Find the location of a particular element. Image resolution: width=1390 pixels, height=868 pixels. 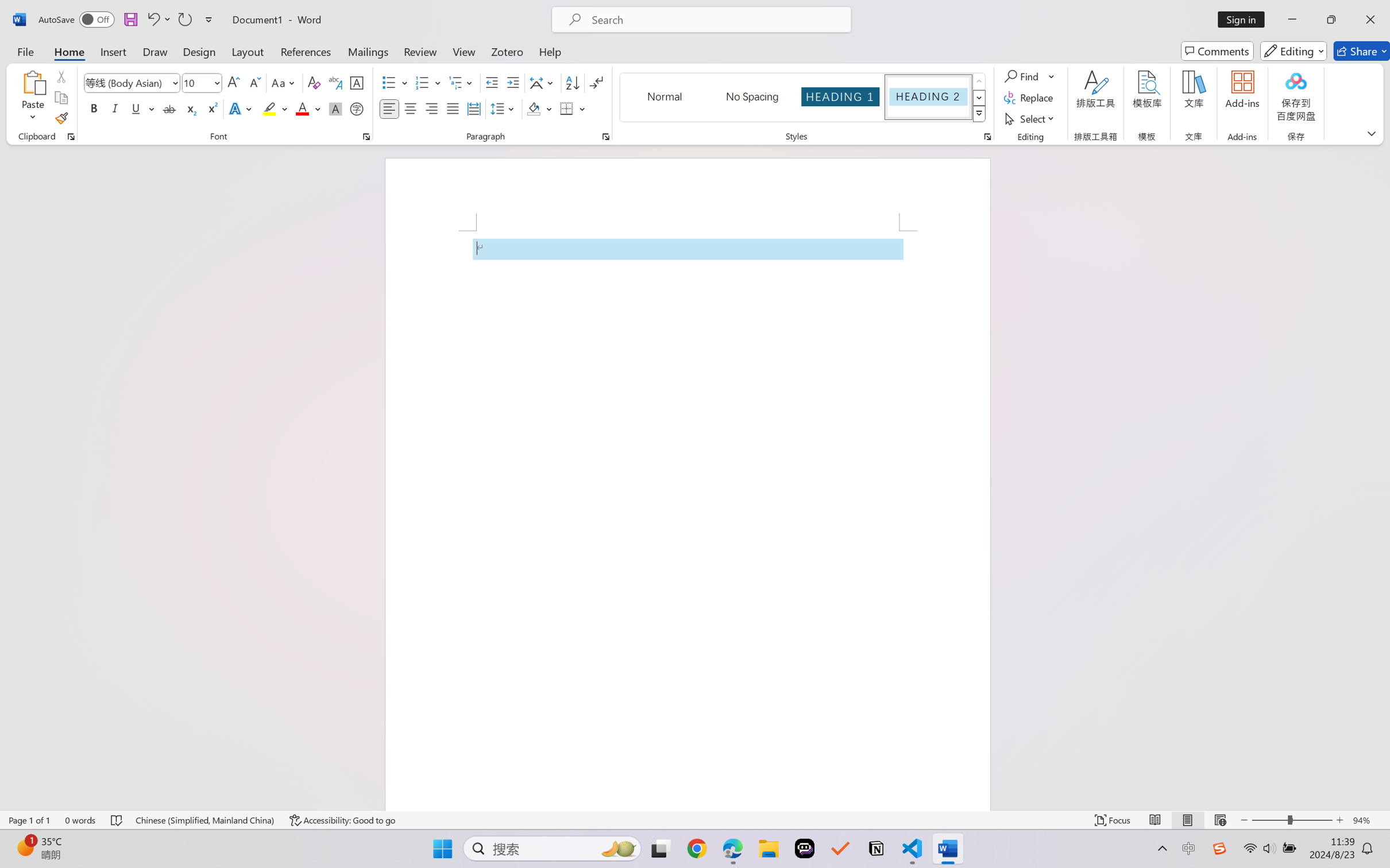

'Undo Apply Quick Style' is located at coordinates (152, 19).